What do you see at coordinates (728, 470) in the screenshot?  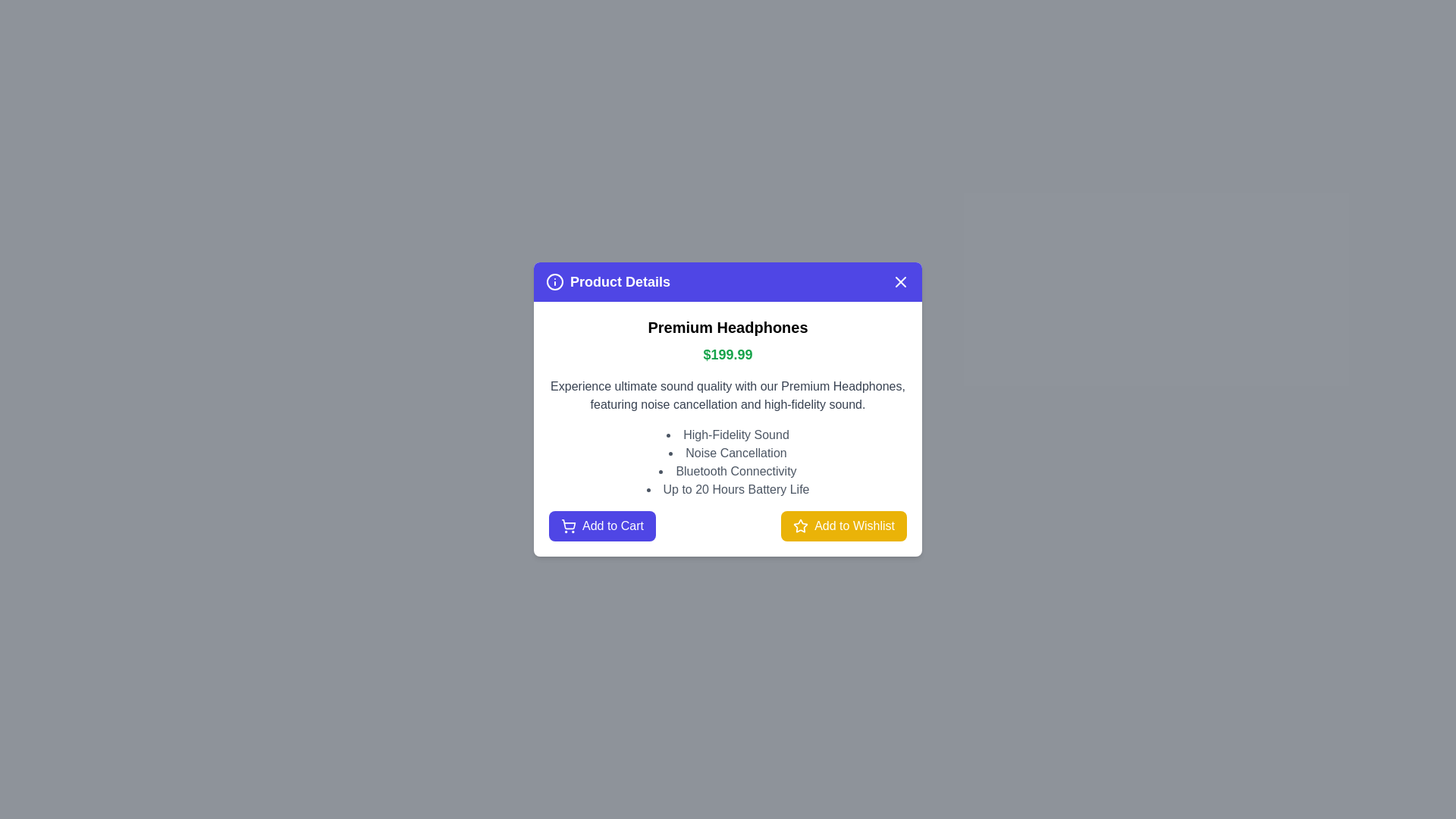 I see `the text element Feature 3 for copying or selection` at bounding box center [728, 470].